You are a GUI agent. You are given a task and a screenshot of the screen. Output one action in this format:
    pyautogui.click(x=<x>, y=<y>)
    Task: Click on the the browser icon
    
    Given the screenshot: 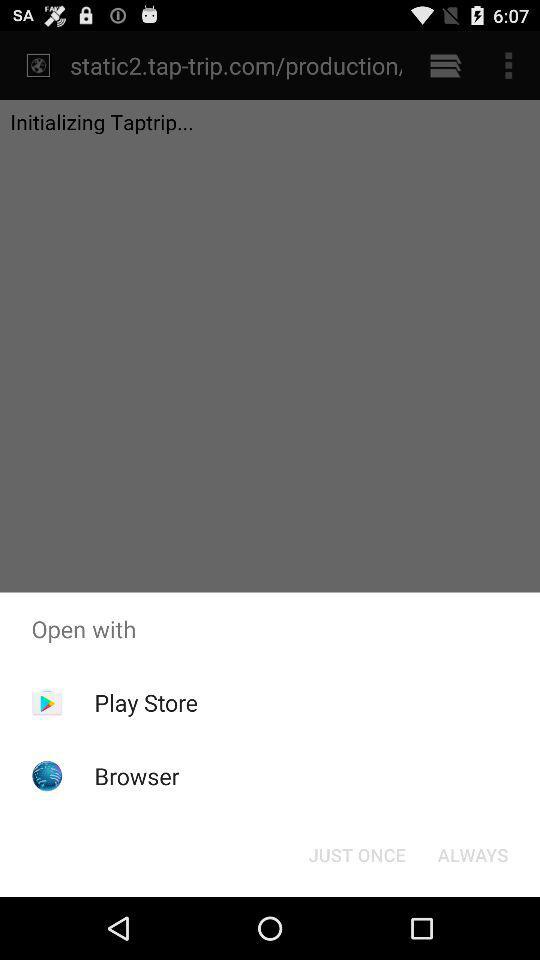 What is the action you would take?
    pyautogui.click(x=136, y=775)
    